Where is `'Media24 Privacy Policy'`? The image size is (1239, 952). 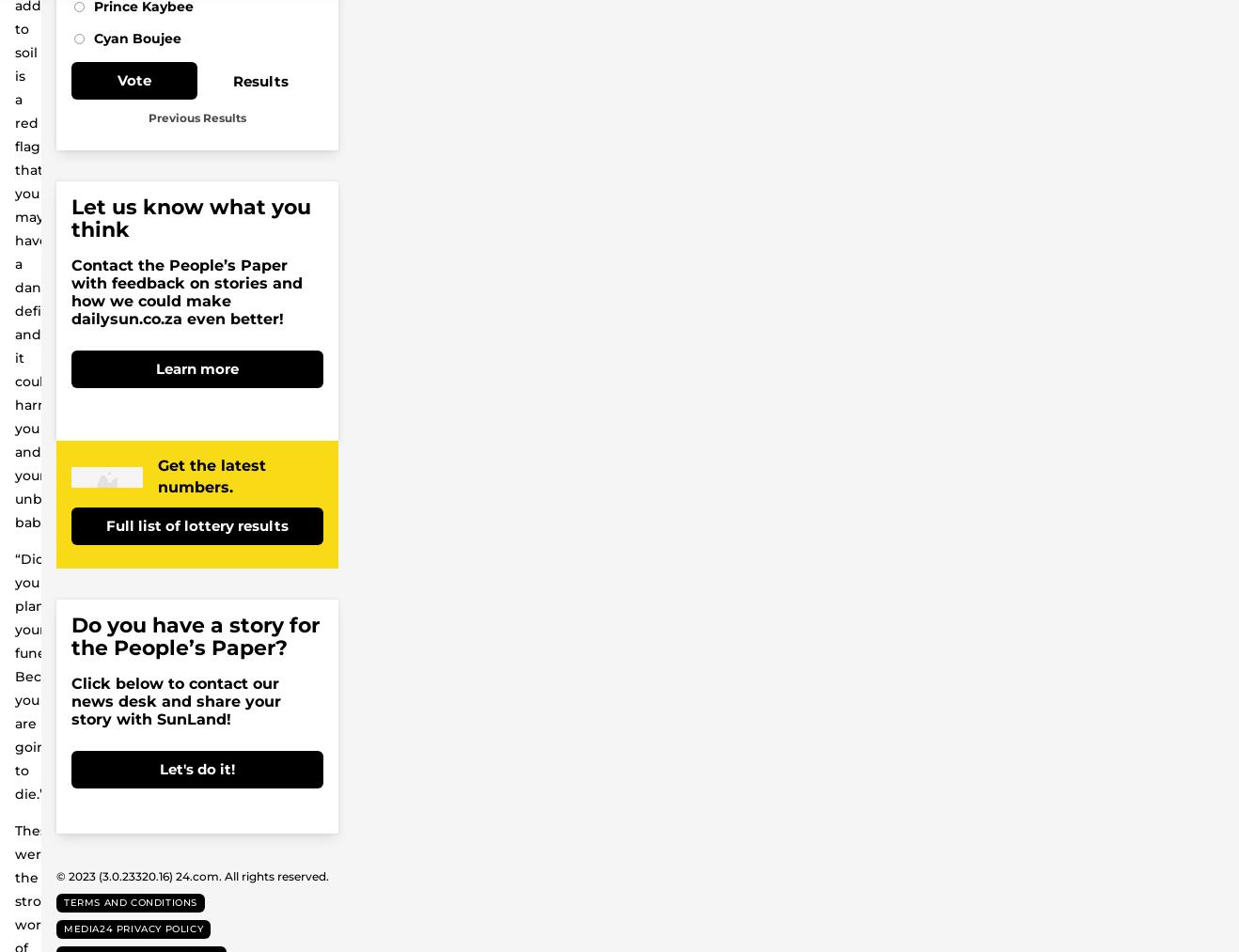 'Media24 Privacy Policy' is located at coordinates (132, 929).